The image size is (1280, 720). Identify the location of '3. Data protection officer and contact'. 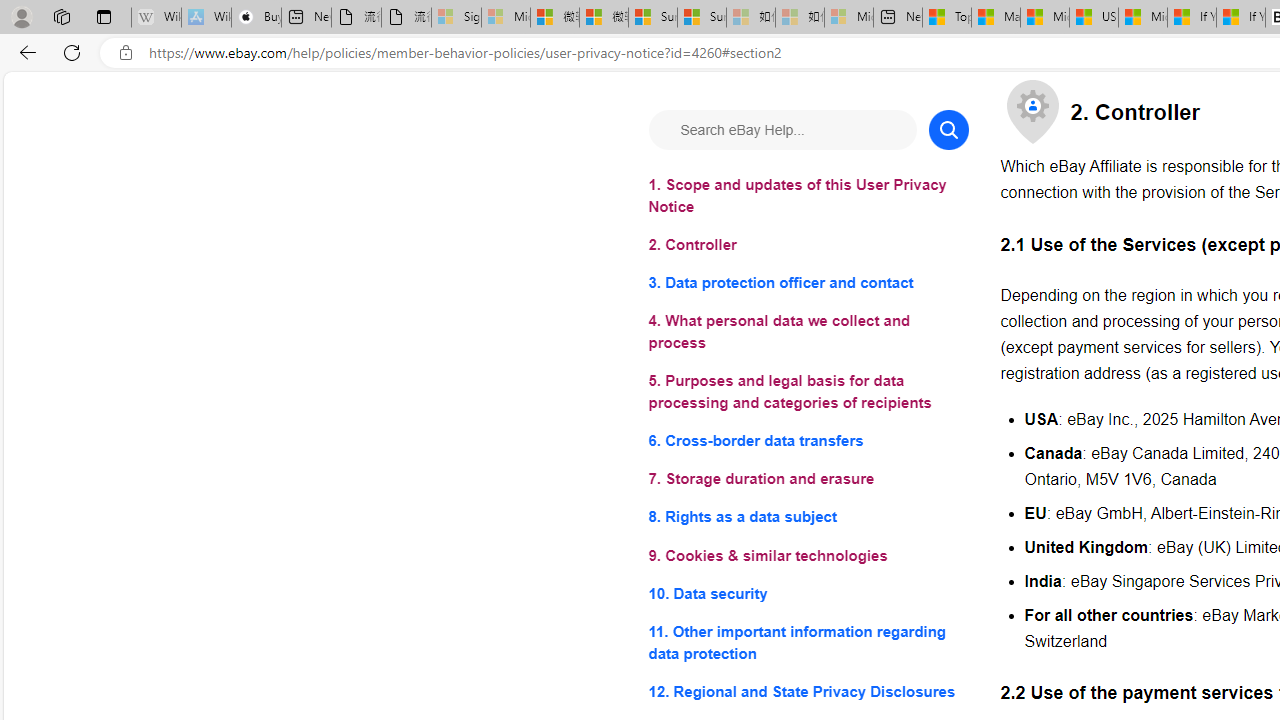
(808, 283).